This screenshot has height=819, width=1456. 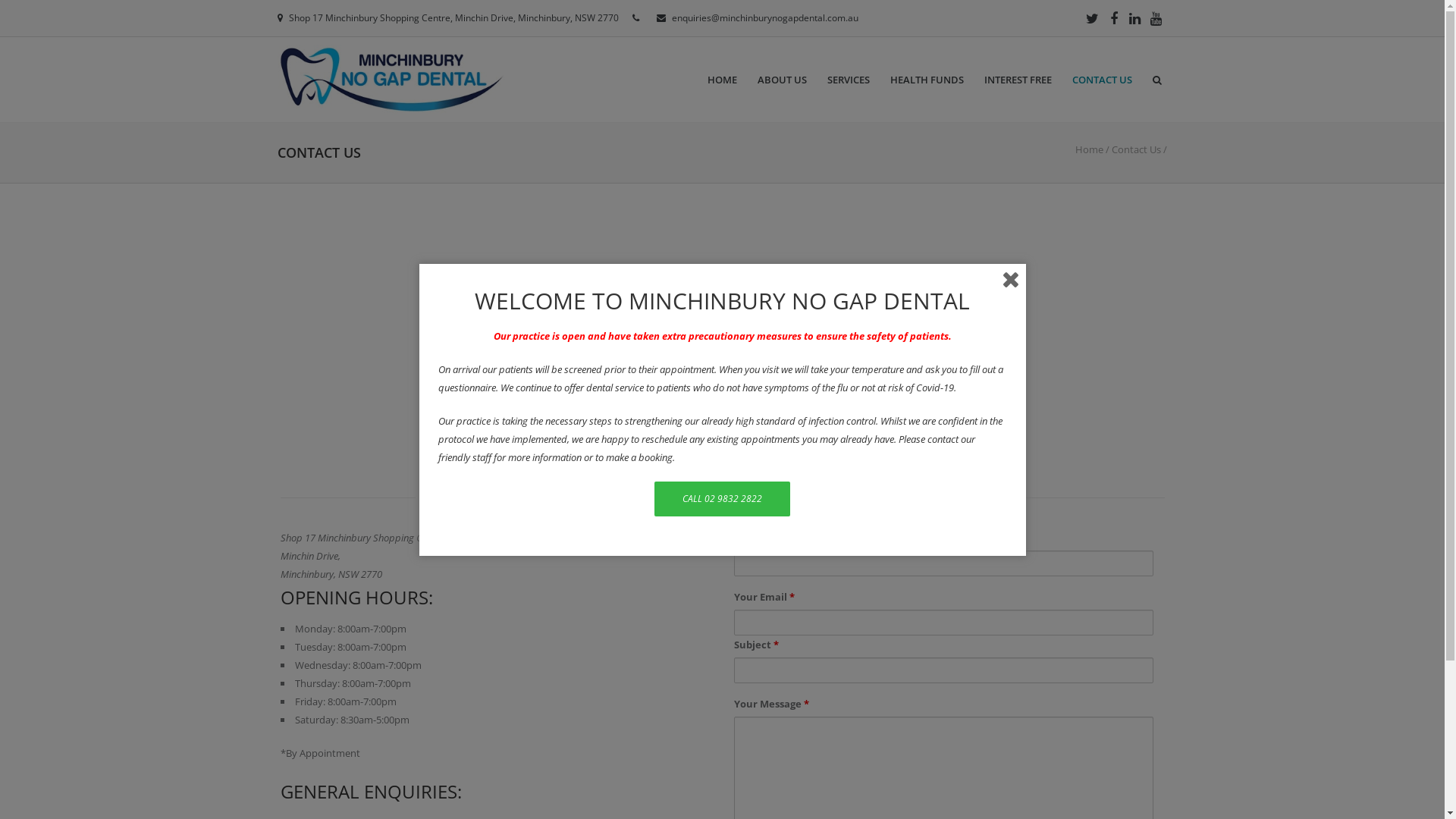 I want to click on 'ABOUT US', so click(x=782, y=80).